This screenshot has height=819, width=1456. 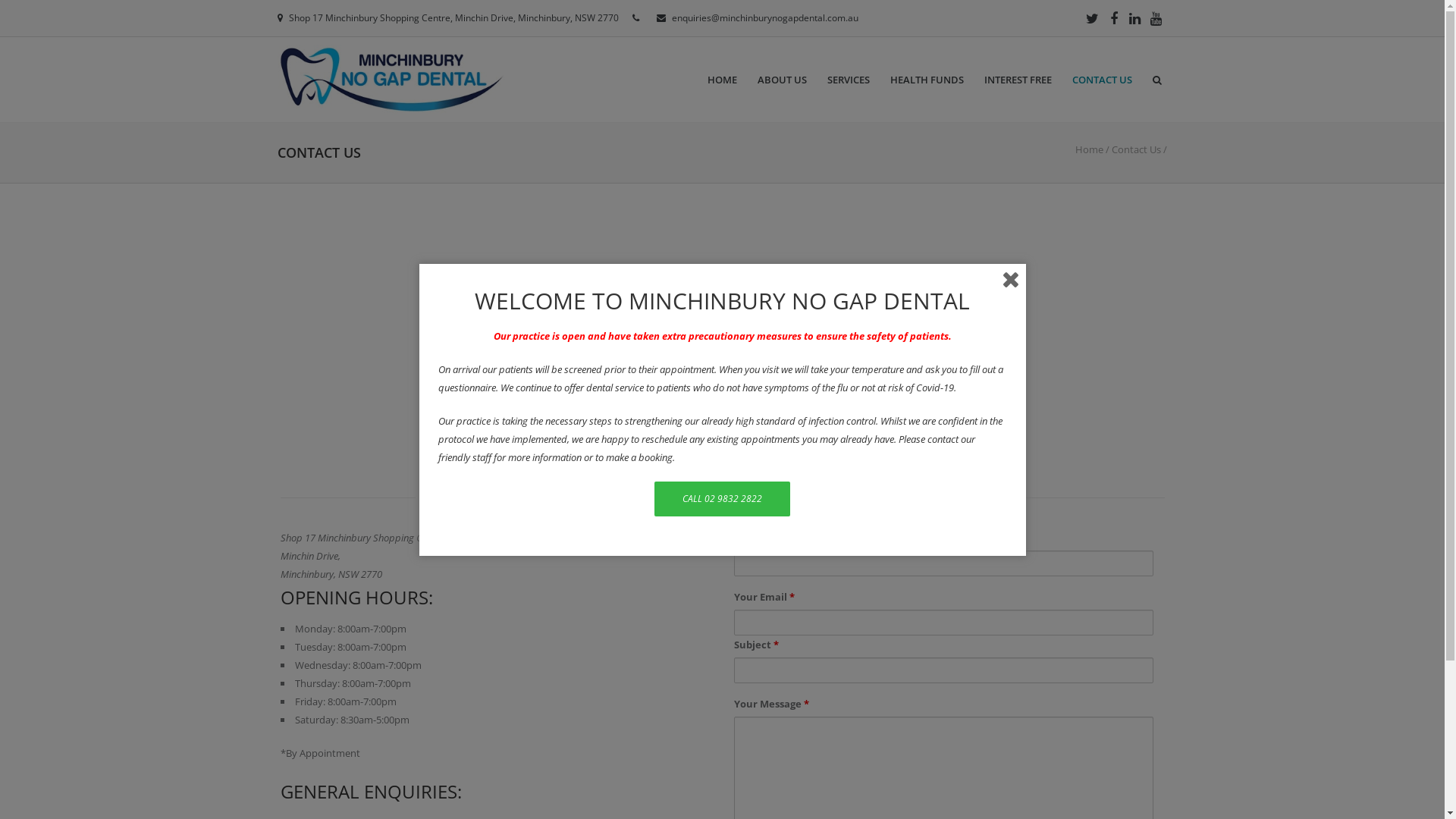 I want to click on 'ABOUT US', so click(x=782, y=80).